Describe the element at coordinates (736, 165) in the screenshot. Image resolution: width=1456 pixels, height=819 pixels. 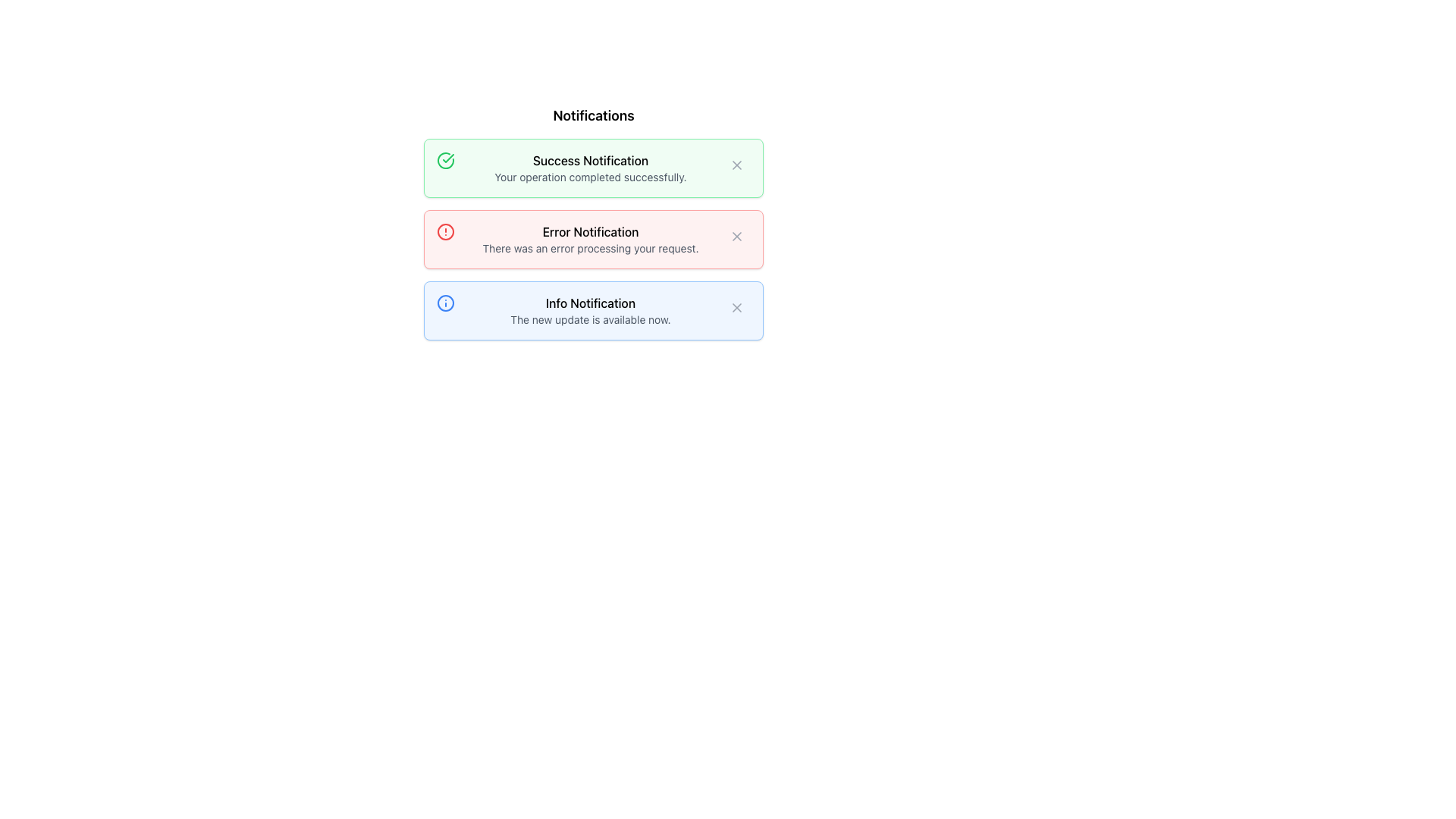
I see `the small gray cross icon button located in the top-right corner of the success notification modal` at that location.